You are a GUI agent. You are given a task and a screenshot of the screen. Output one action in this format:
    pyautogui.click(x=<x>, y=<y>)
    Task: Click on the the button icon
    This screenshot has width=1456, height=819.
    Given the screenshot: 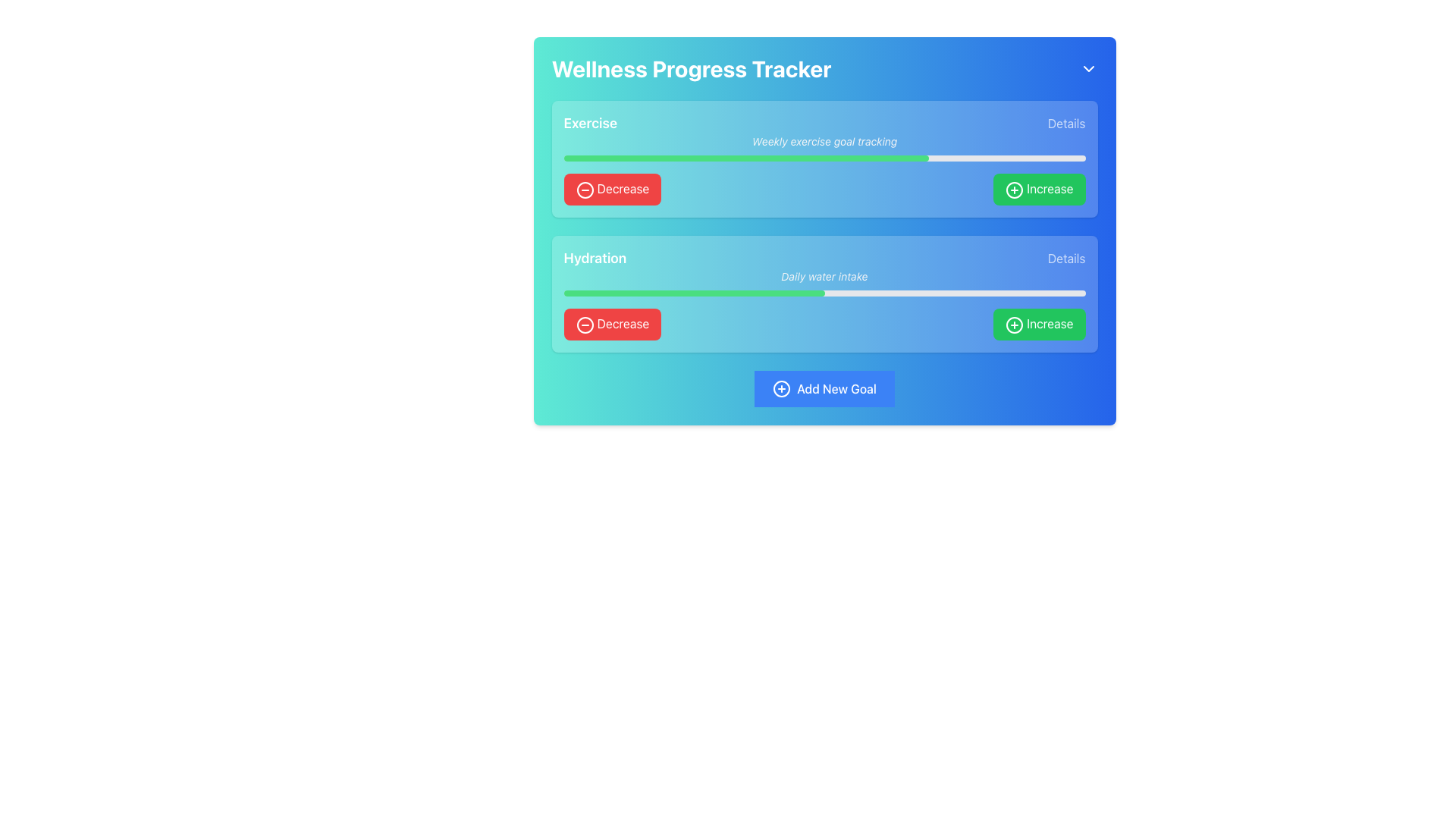 What is the action you would take?
    pyautogui.click(x=782, y=388)
    